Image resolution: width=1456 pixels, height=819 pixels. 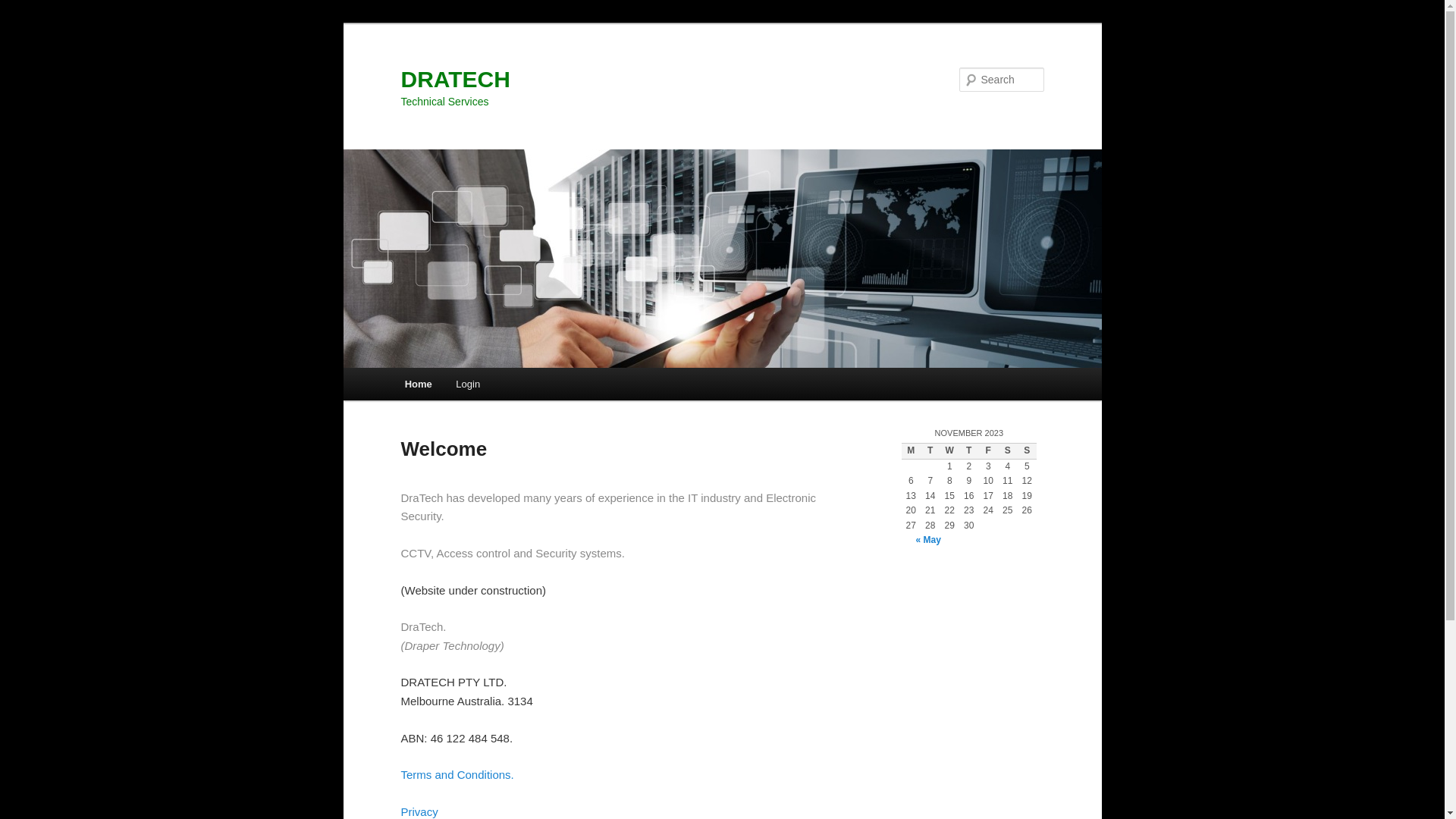 I want to click on 'Login', so click(x=467, y=383).